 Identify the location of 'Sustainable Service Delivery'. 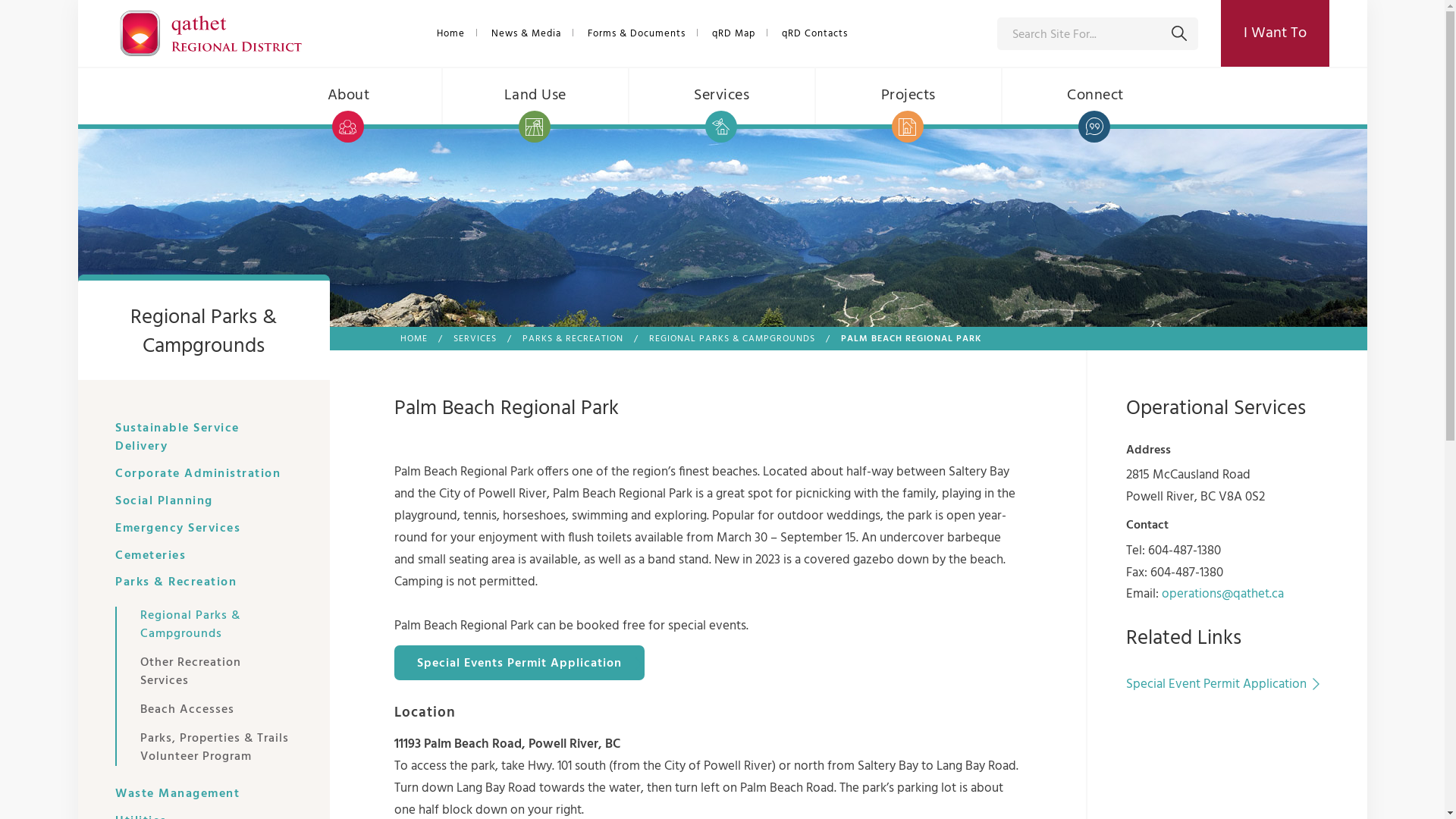
(202, 438).